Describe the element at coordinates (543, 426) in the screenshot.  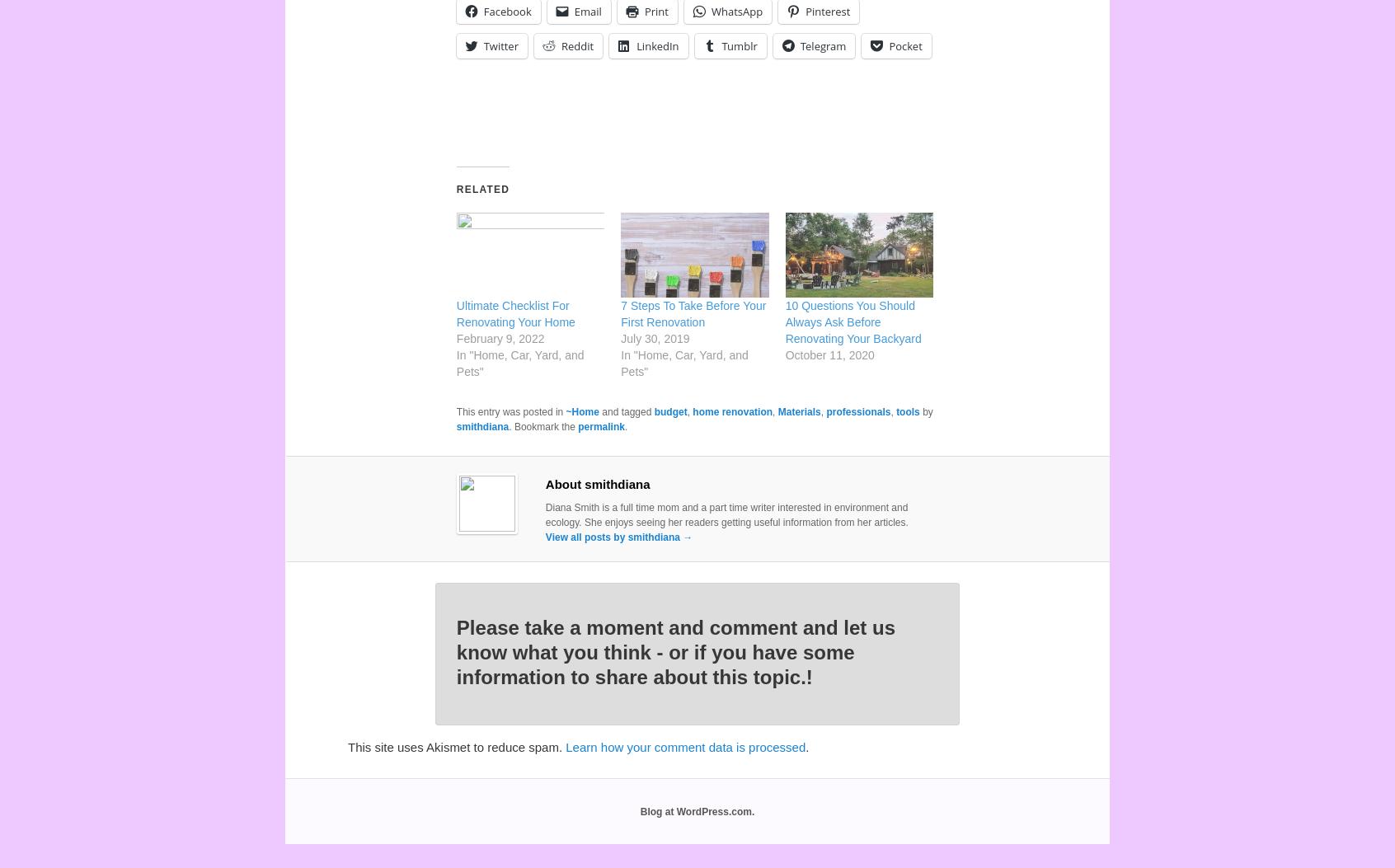
I see `'. Bookmark the'` at that location.